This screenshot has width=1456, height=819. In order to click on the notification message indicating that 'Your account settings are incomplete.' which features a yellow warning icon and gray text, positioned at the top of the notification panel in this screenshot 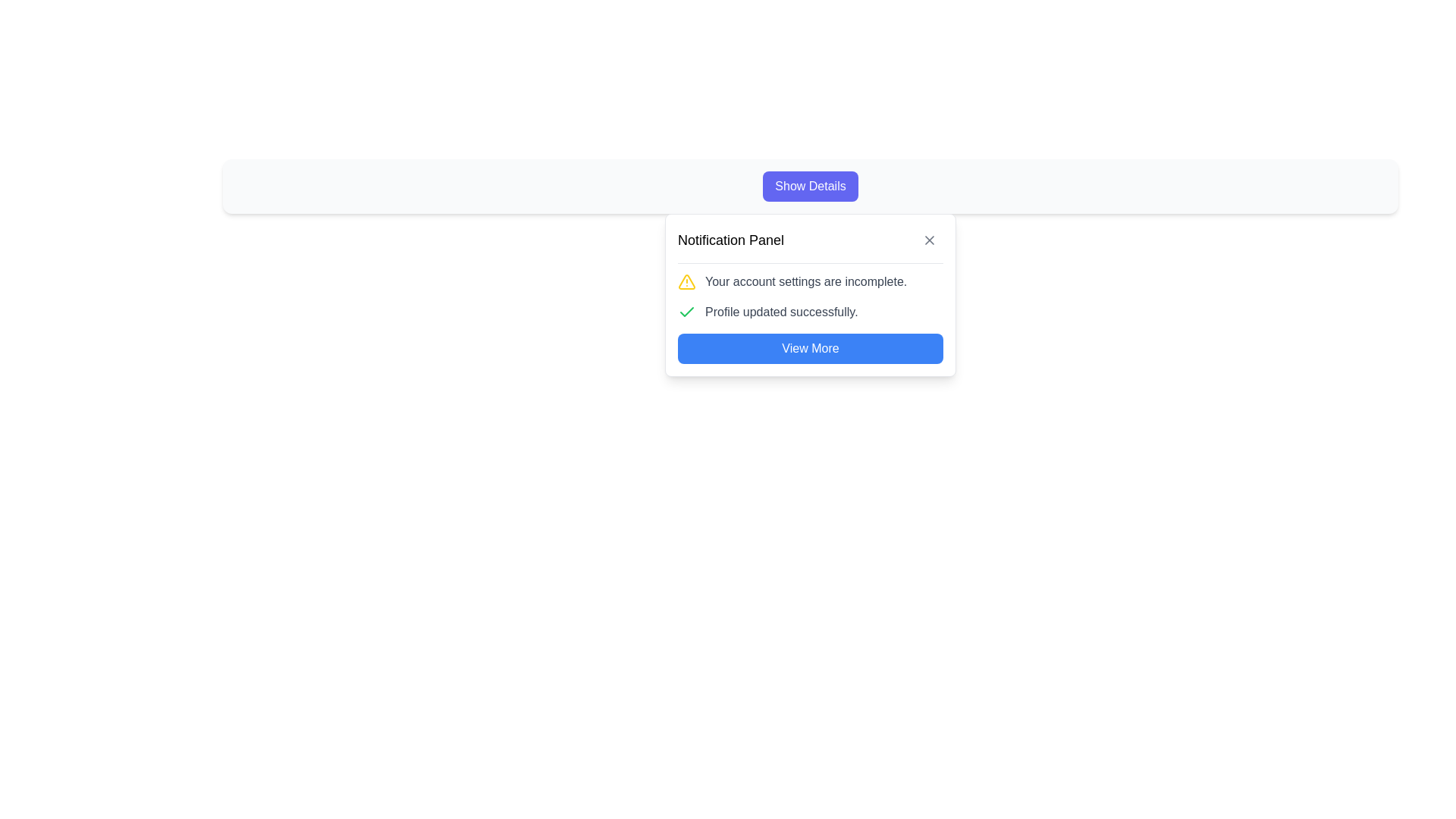, I will do `click(810, 281)`.